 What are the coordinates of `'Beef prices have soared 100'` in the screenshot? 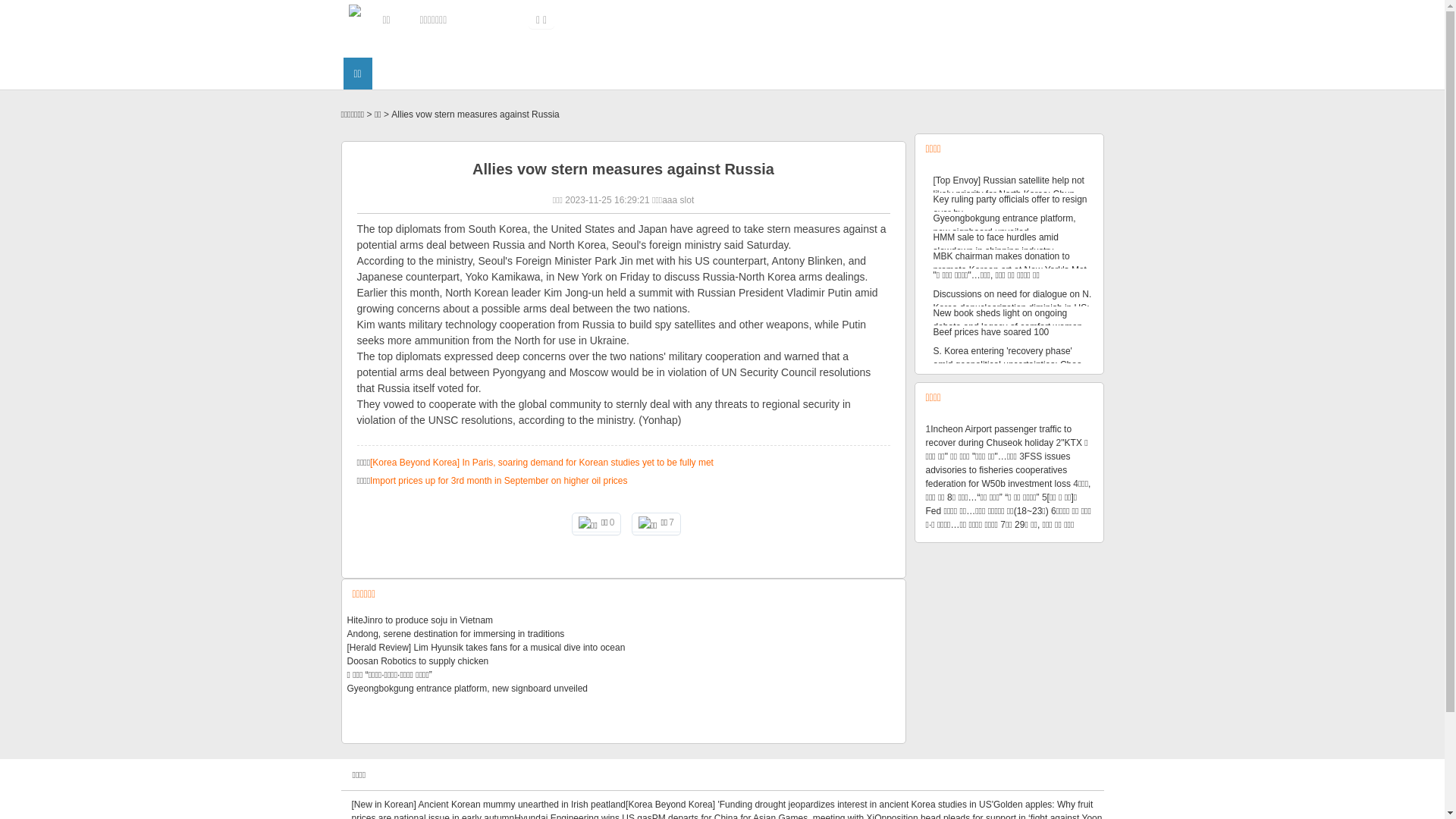 It's located at (990, 331).